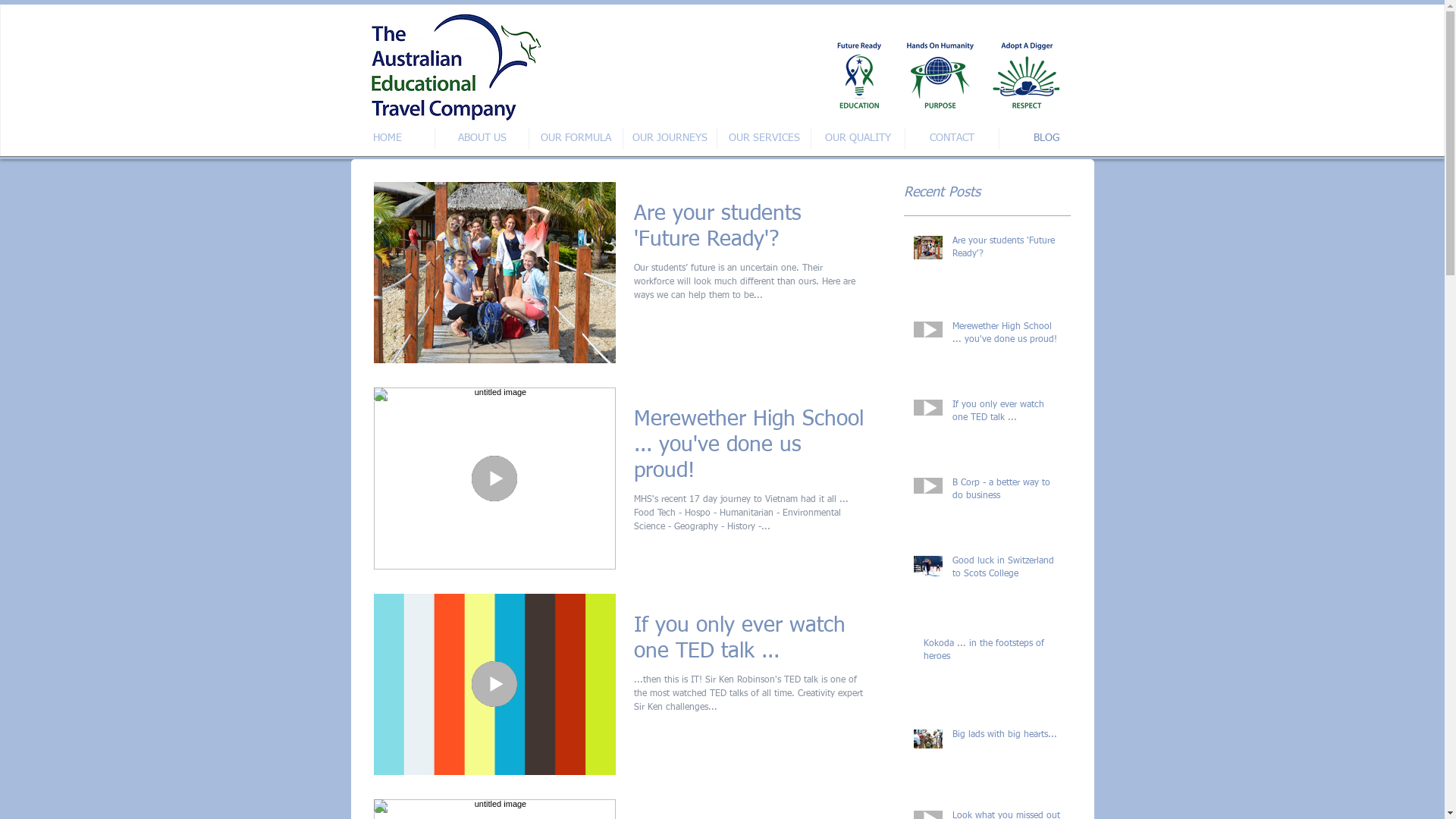  What do you see at coordinates (669, 138) in the screenshot?
I see `'OUR JOURNEYS'` at bounding box center [669, 138].